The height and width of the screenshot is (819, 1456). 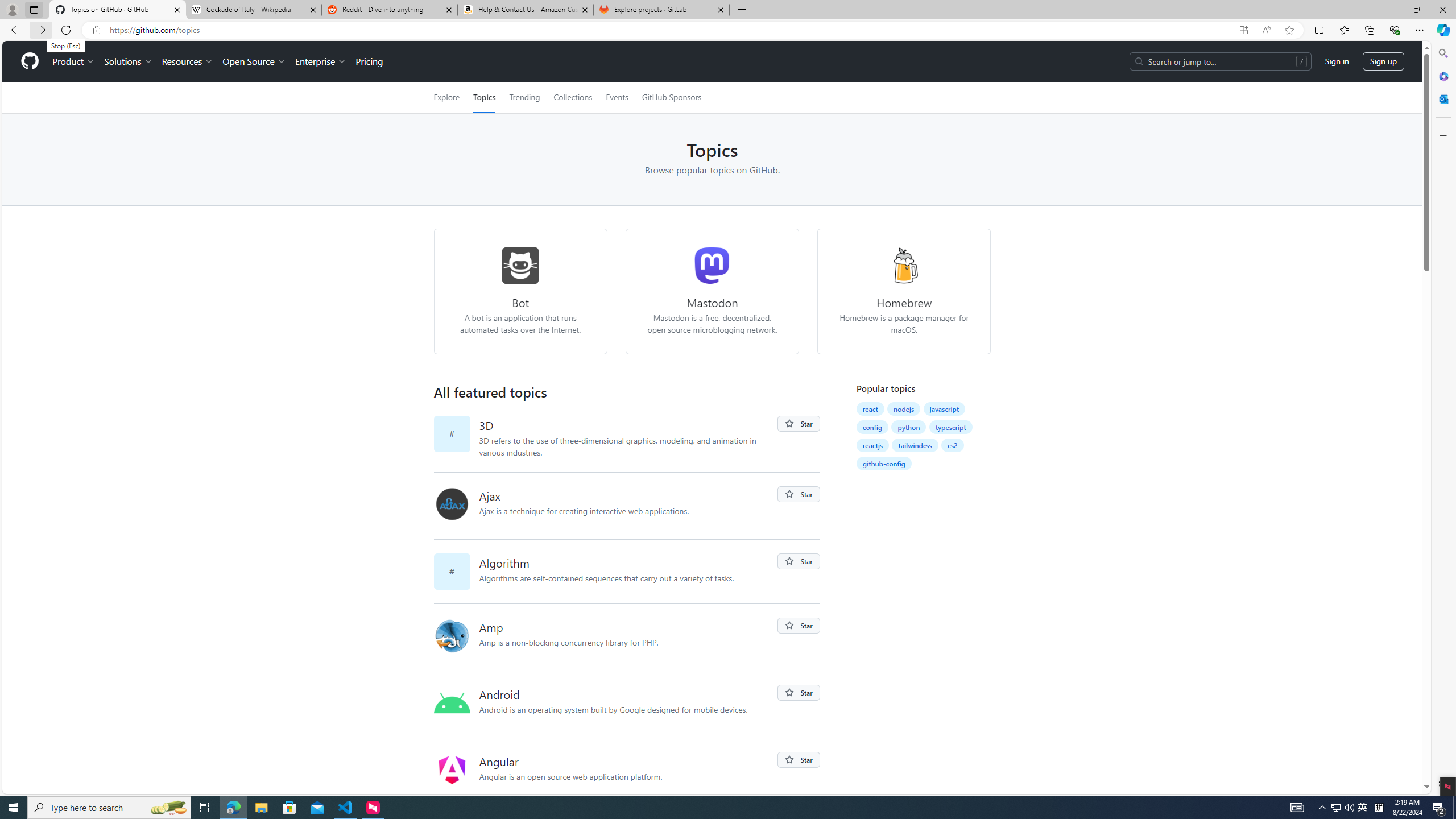 What do you see at coordinates (869, 409) in the screenshot?
I see `'react'` at bounding box center [869, 409].